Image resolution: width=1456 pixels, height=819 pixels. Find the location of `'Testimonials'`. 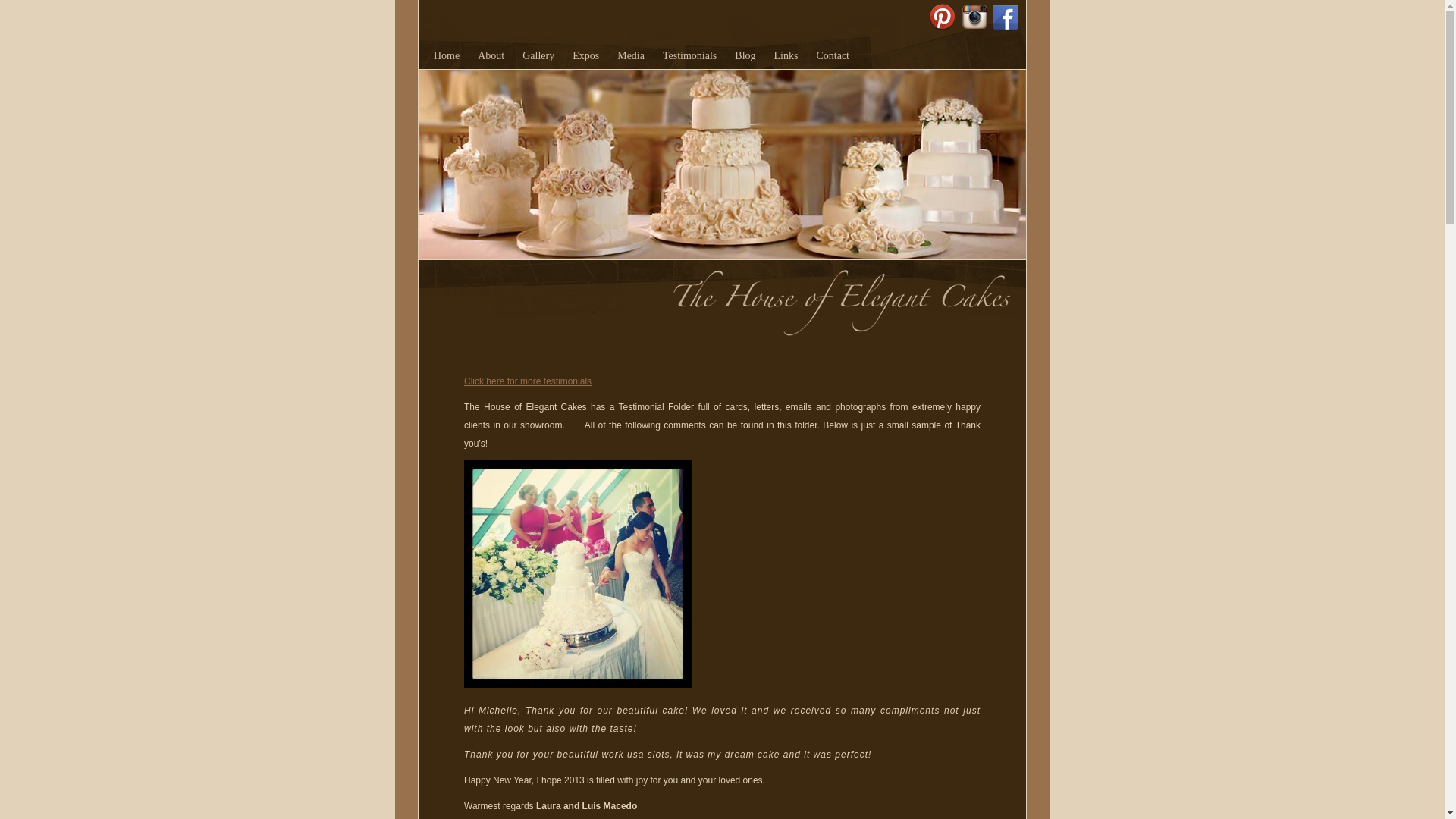

'Testimonials' is located at coordinates (662, 55).